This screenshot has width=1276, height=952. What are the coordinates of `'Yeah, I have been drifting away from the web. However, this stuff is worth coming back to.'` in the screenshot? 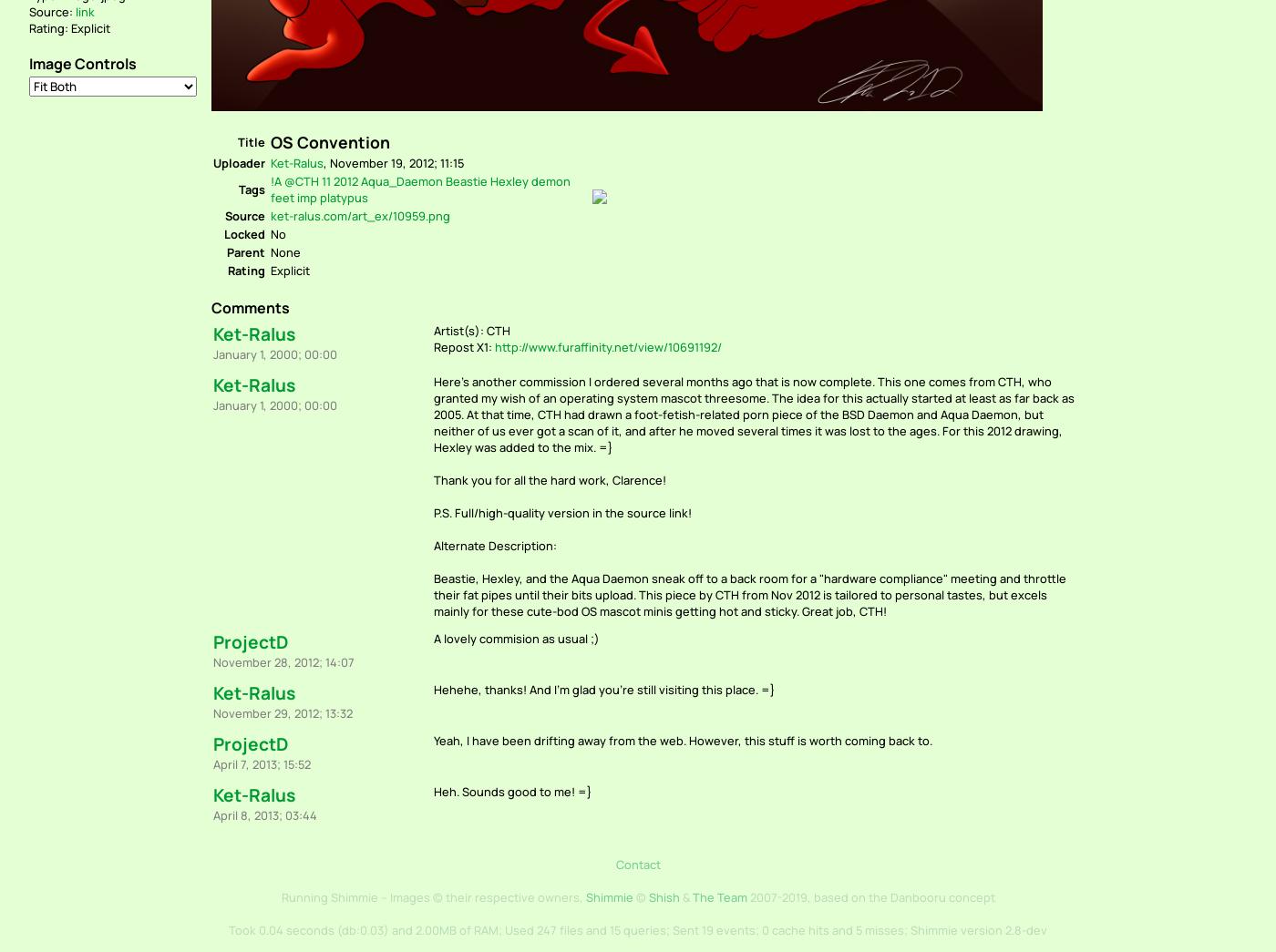 It's located at (434, 740).